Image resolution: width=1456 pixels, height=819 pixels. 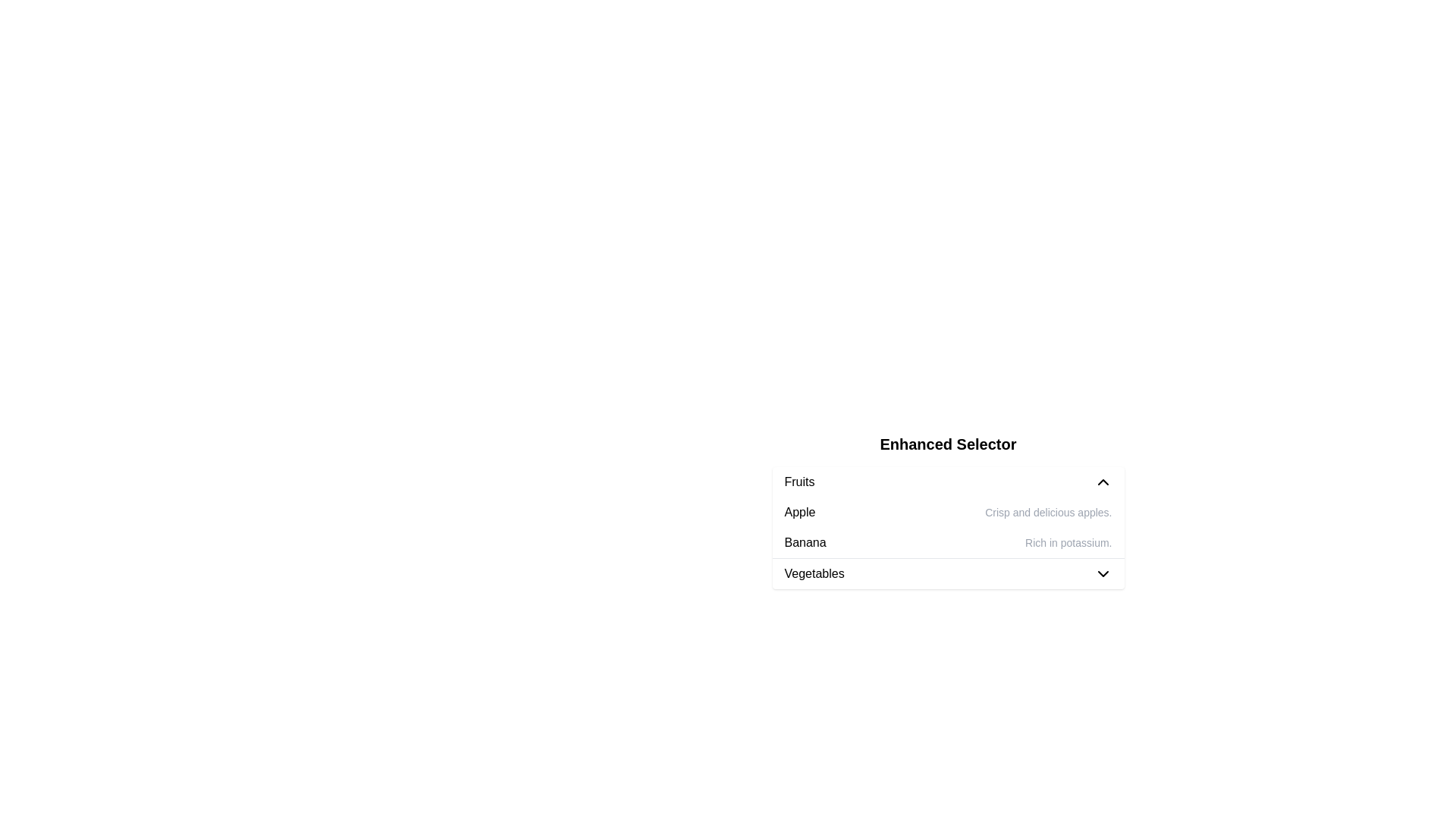 What do you see at coordinates (814, 573) in the screenshot?
I see `on the 'Vegetables' text label in the dropdown menu` at bounding box center [814, 573].